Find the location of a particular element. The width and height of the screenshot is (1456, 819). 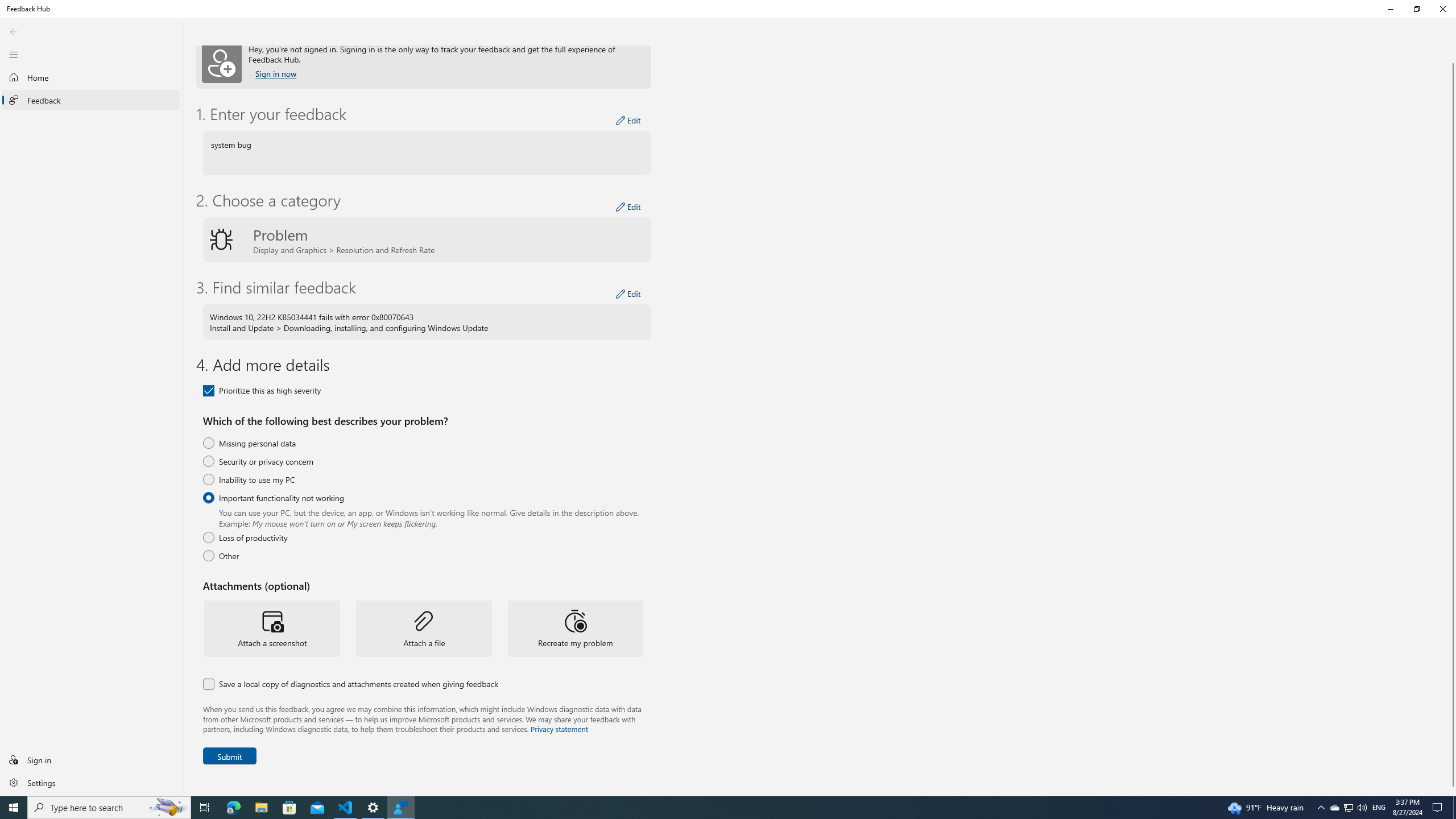

'Search highlights icon opens search home window' is located at coordinates (167, 806).